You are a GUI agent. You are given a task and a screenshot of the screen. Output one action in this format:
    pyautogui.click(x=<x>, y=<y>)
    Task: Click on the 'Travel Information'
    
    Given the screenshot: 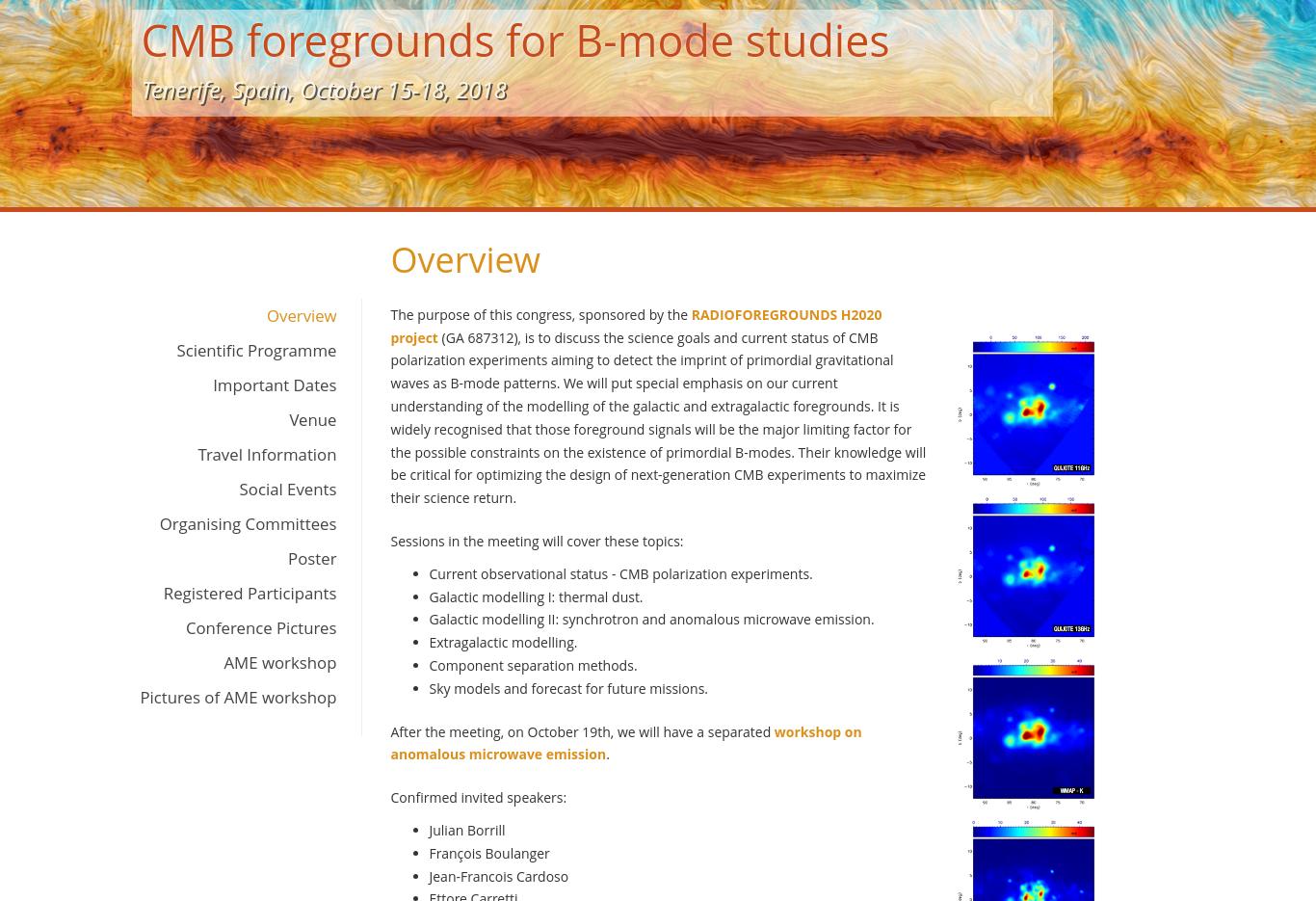 What is the action you would take?
    pyautogui.click(x=267, y=454)
    